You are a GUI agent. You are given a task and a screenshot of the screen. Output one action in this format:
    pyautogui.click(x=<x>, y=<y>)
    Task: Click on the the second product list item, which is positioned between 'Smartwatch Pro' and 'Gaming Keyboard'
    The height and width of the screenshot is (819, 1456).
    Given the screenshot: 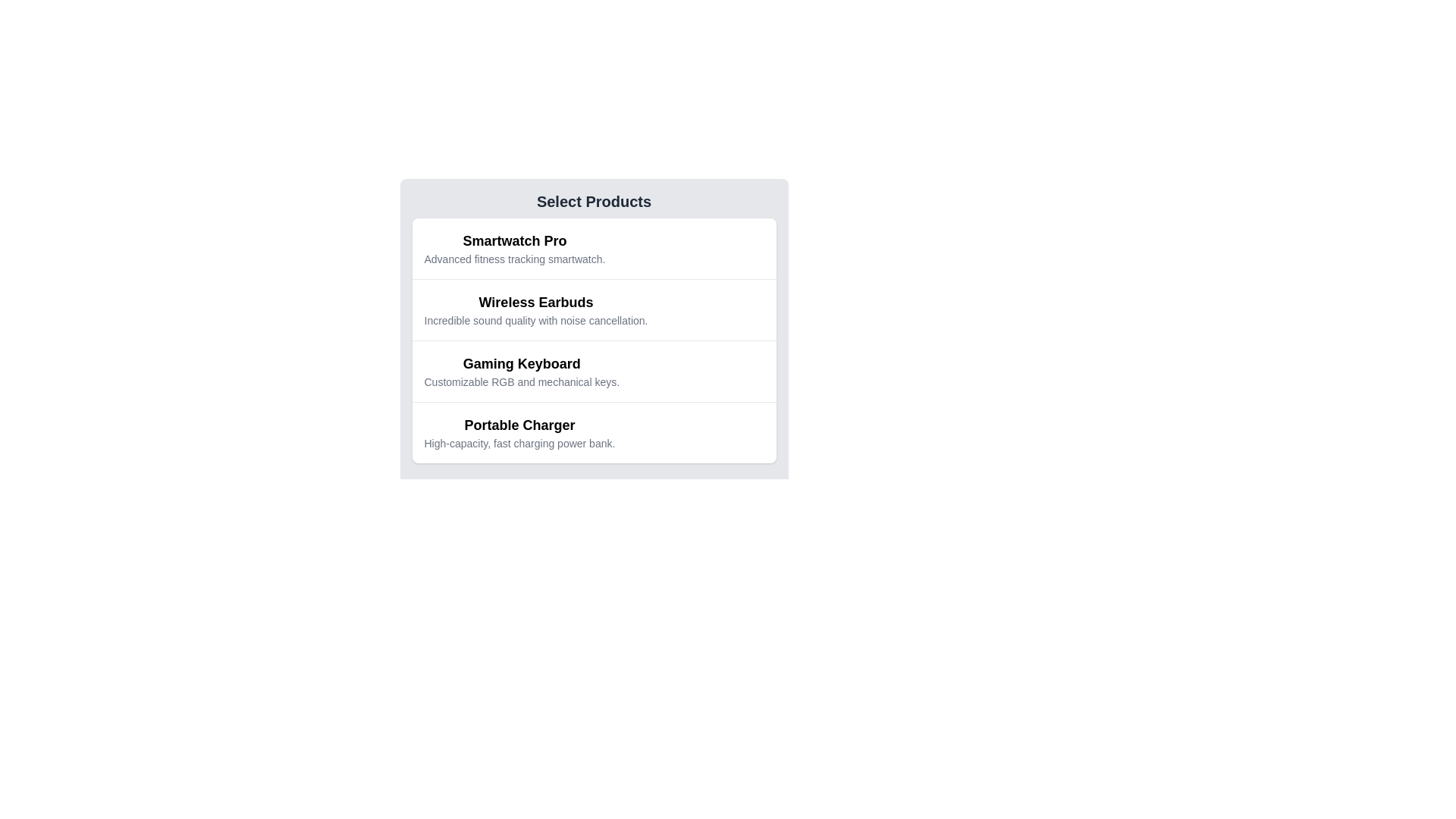 What is the action you would take?
    pyautogui.click(x=593, y=309)
    